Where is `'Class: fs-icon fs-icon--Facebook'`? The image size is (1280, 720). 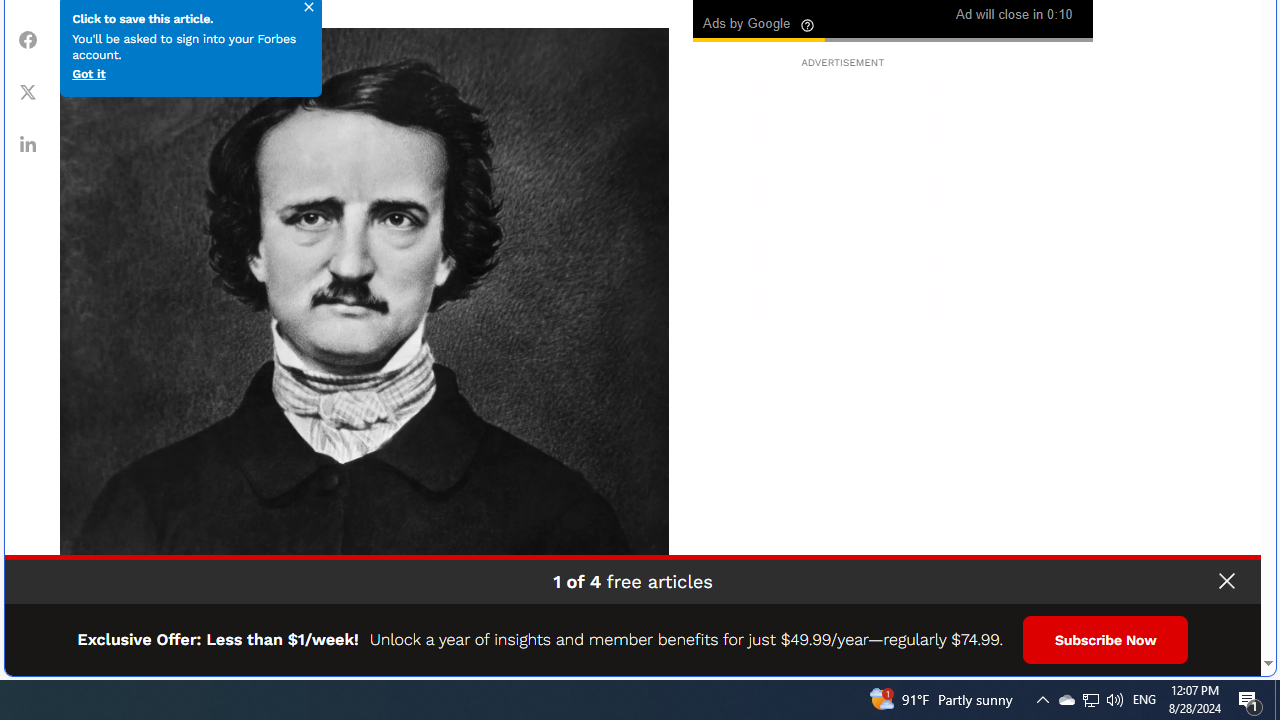 'Class: fs-icon fs-icon--Facebook' is located at coordinates (28, 39).